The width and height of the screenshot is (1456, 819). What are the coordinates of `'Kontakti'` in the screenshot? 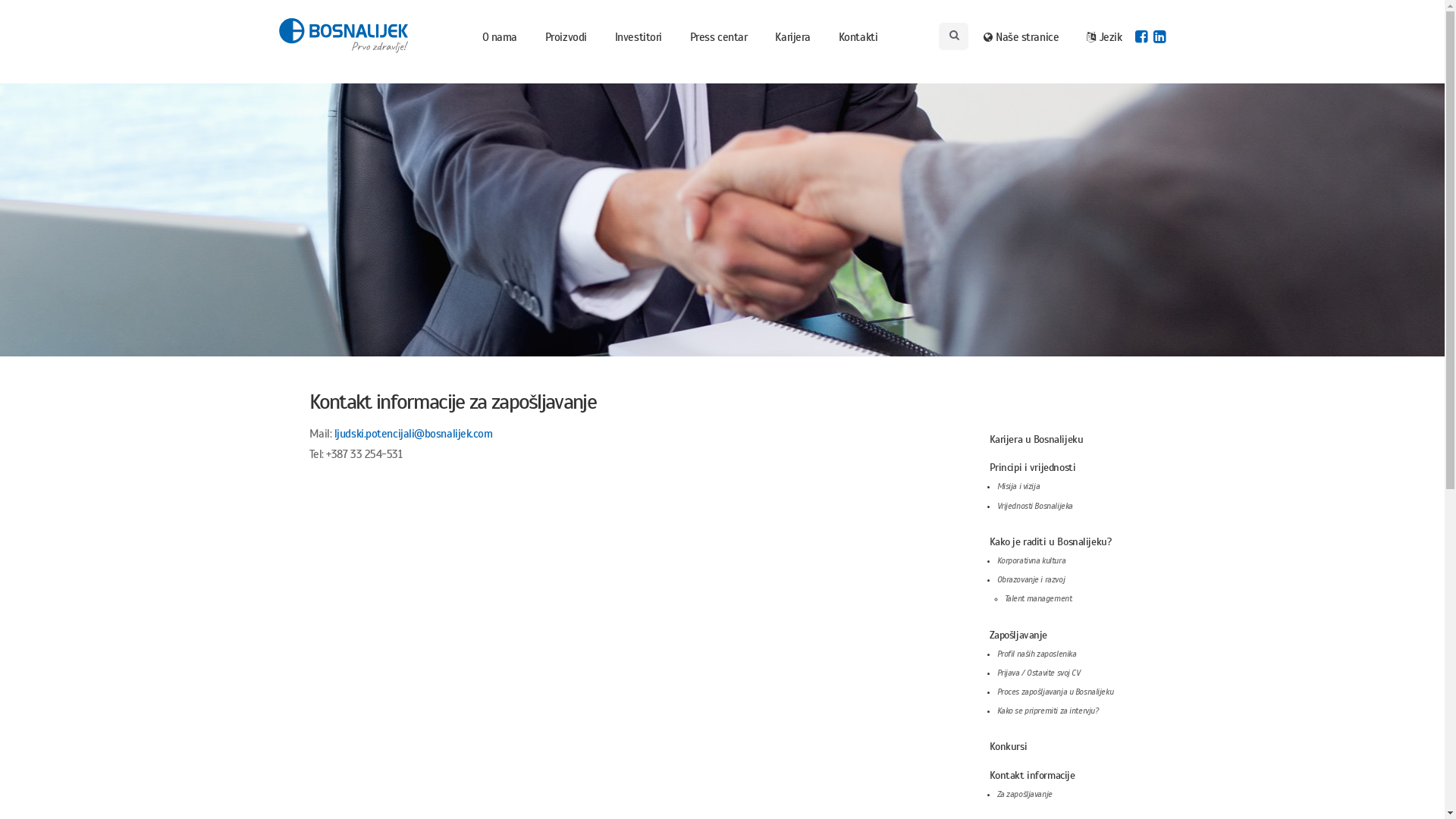 It's located at (858, 36).